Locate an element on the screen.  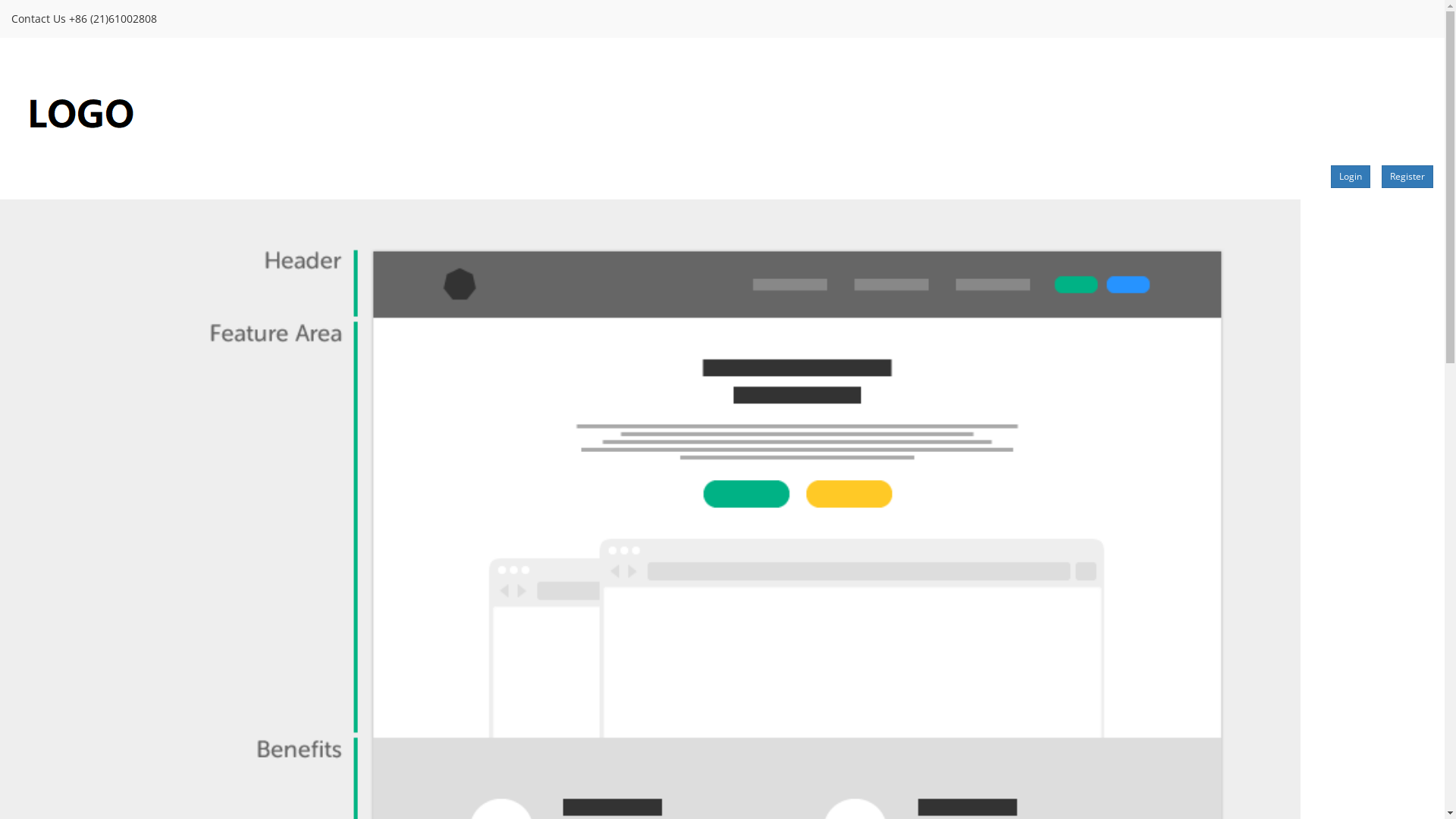
'Register' is located at coordinates (1407, 175).